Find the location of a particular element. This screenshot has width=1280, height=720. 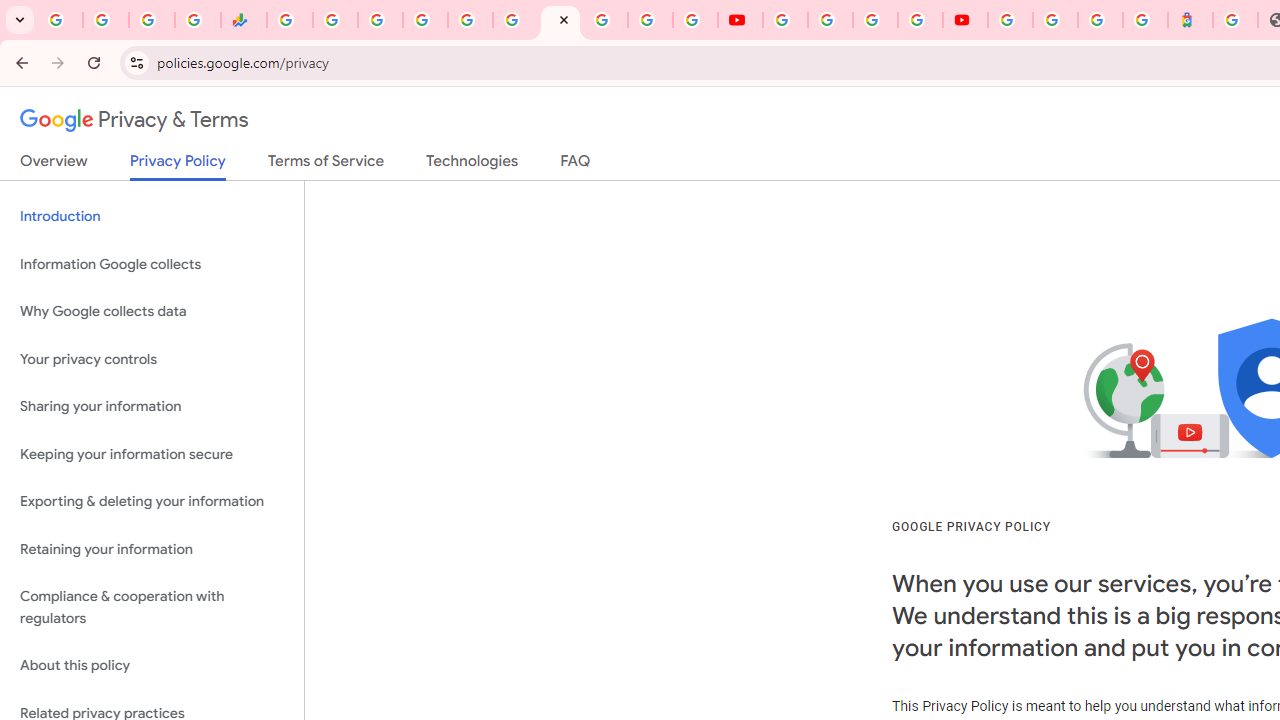

'Why Google collects data' is located at coordinates (151, 312).